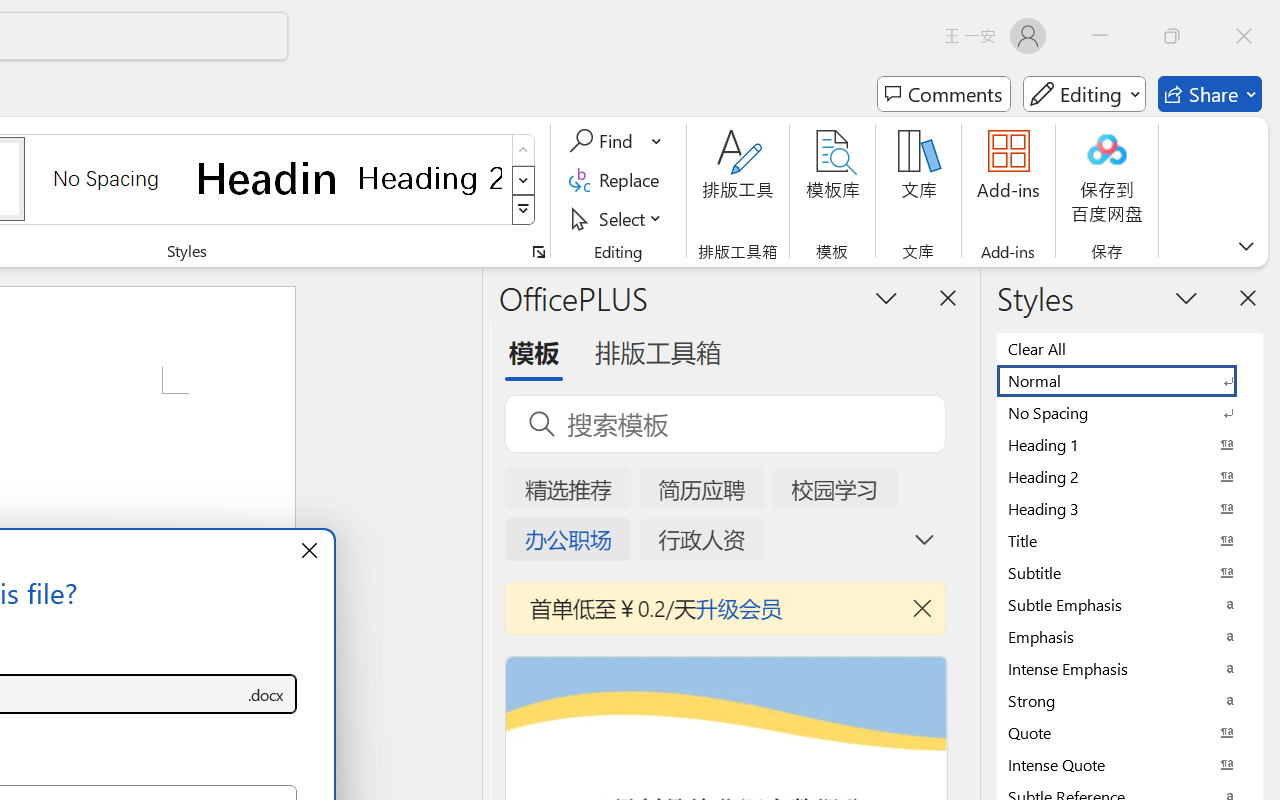  I want to click on 'Subtitle', so click(1130, 571).